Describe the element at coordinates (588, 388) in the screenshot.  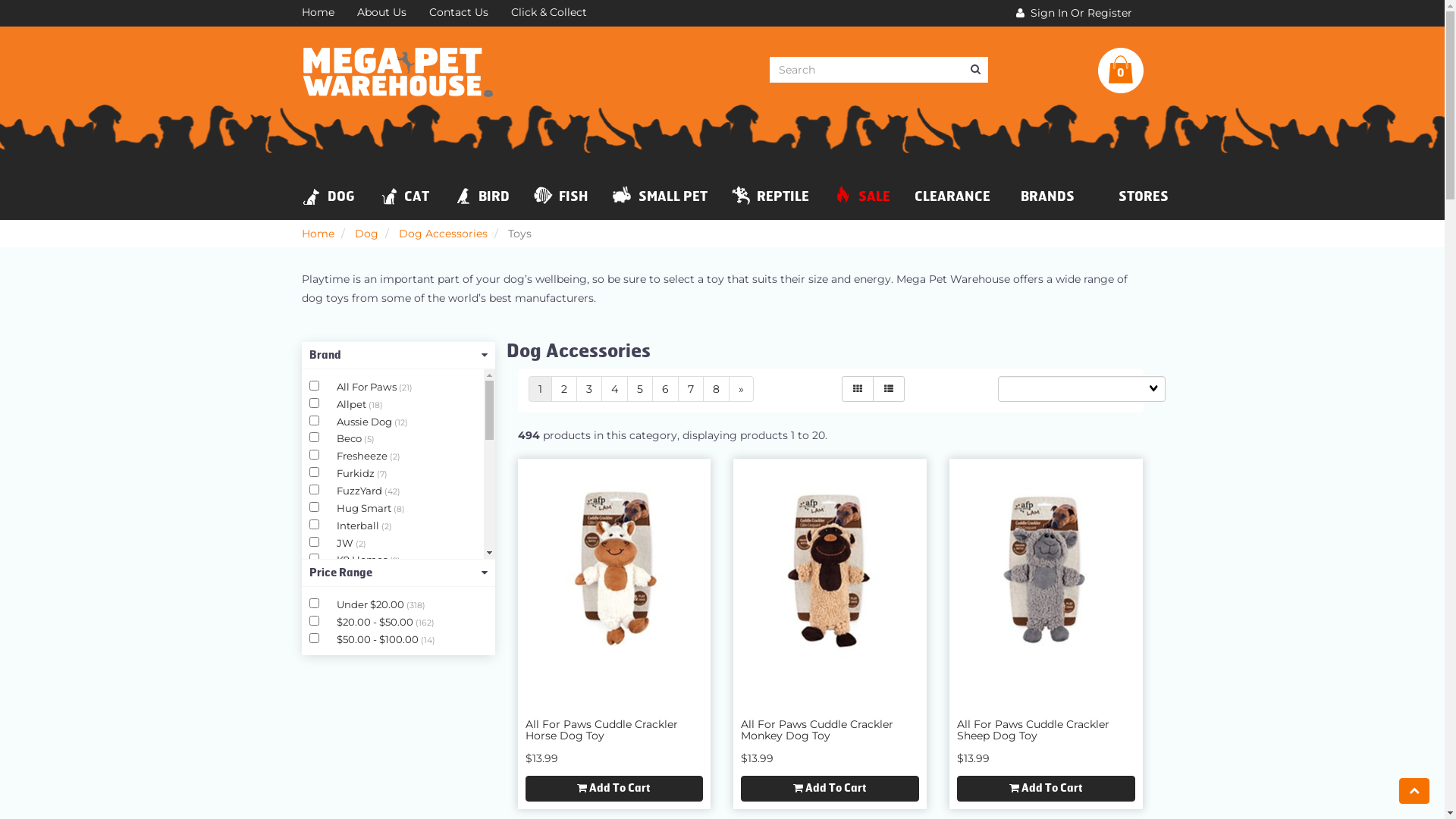
I see `'3'` at that location.